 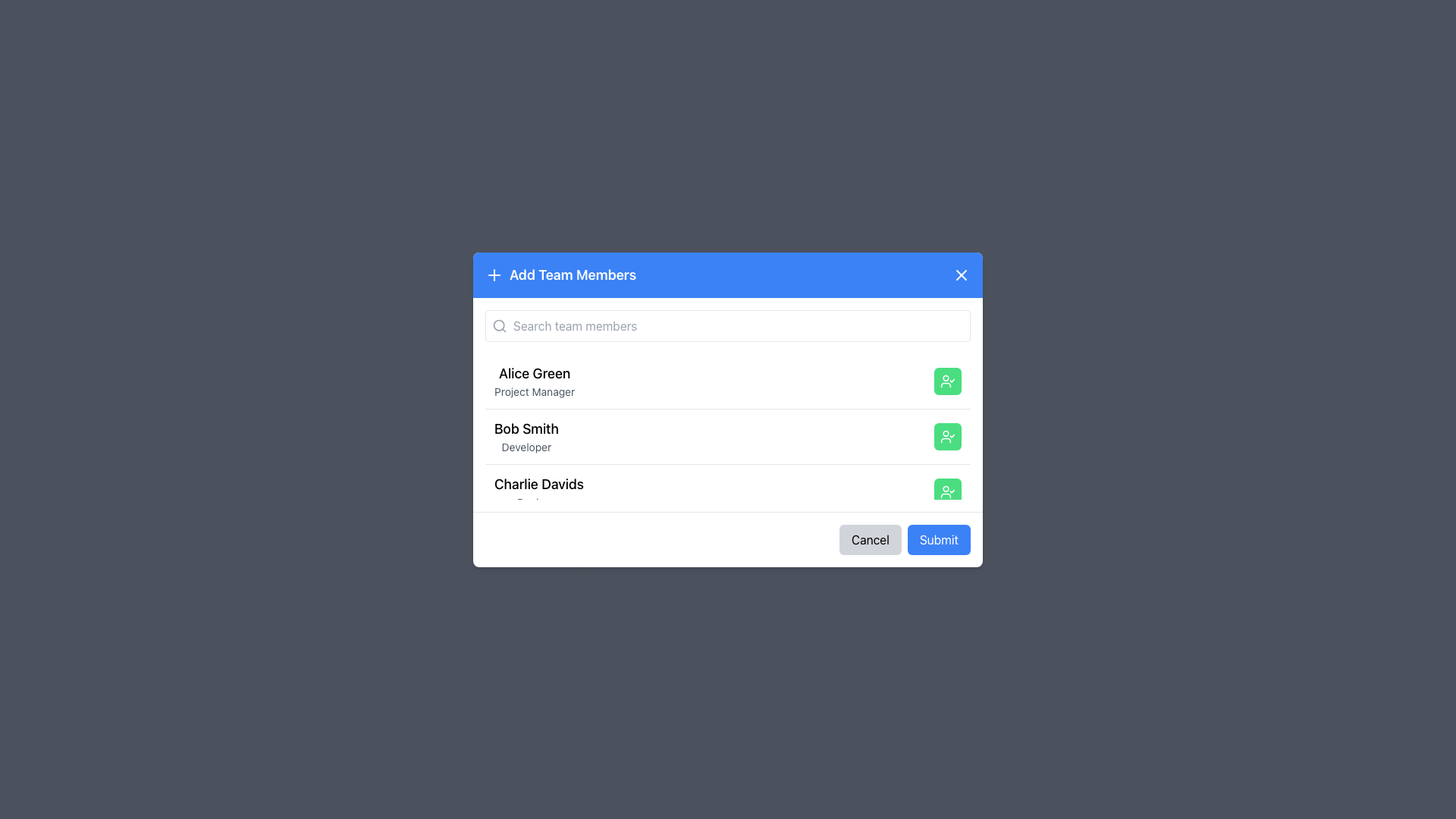 What do you see at coordinates (728, 325) in the screenshot?
I see `to select any existing text in the text input field used for searching team members, located centrally below the modal title bar` at bounding box center [728, 325].